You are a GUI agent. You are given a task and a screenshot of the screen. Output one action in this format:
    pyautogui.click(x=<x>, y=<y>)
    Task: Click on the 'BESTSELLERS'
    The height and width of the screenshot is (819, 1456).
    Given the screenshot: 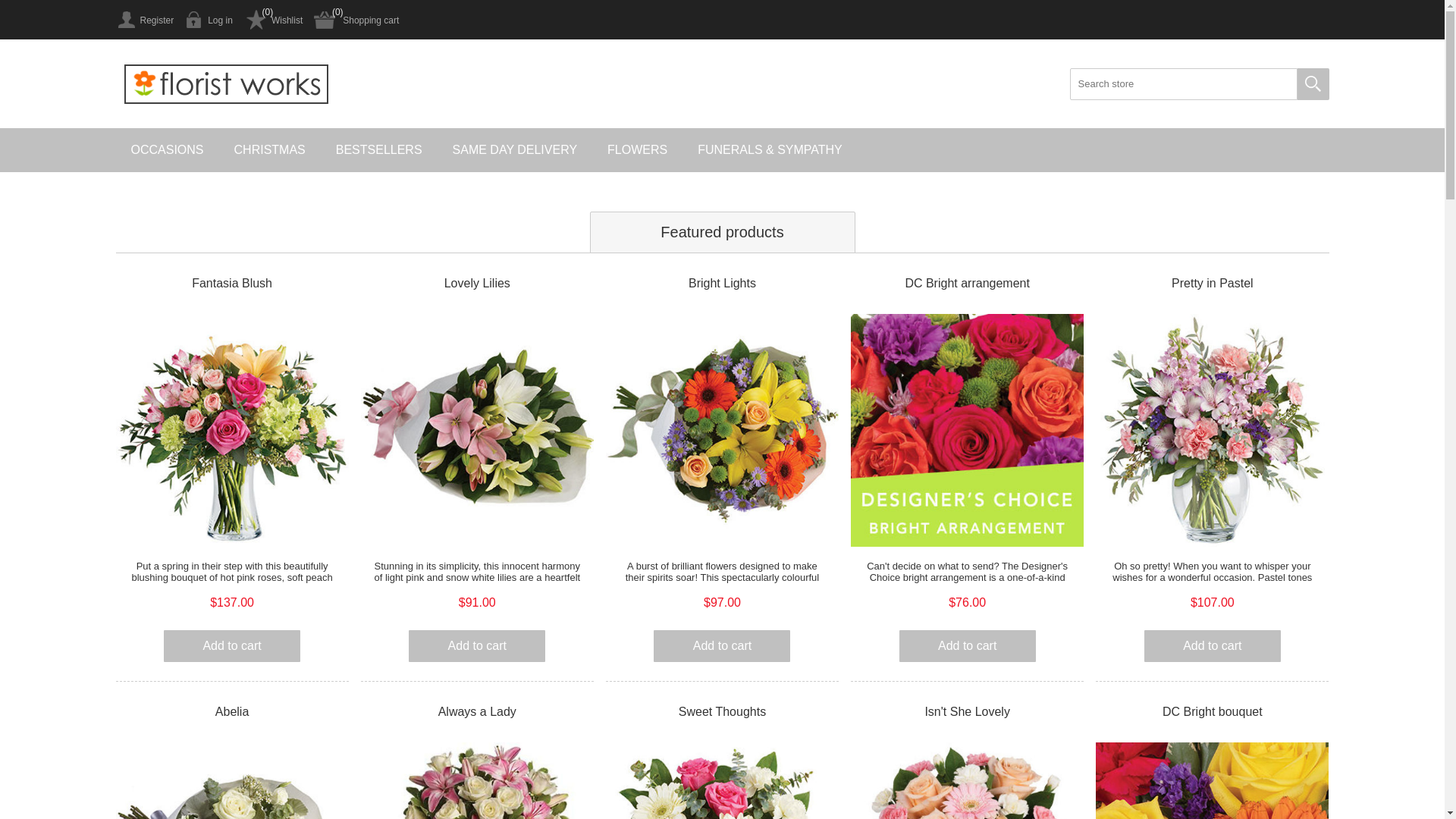 What is the action you would take?
    pyautogui.click(x=378, y=149)
    